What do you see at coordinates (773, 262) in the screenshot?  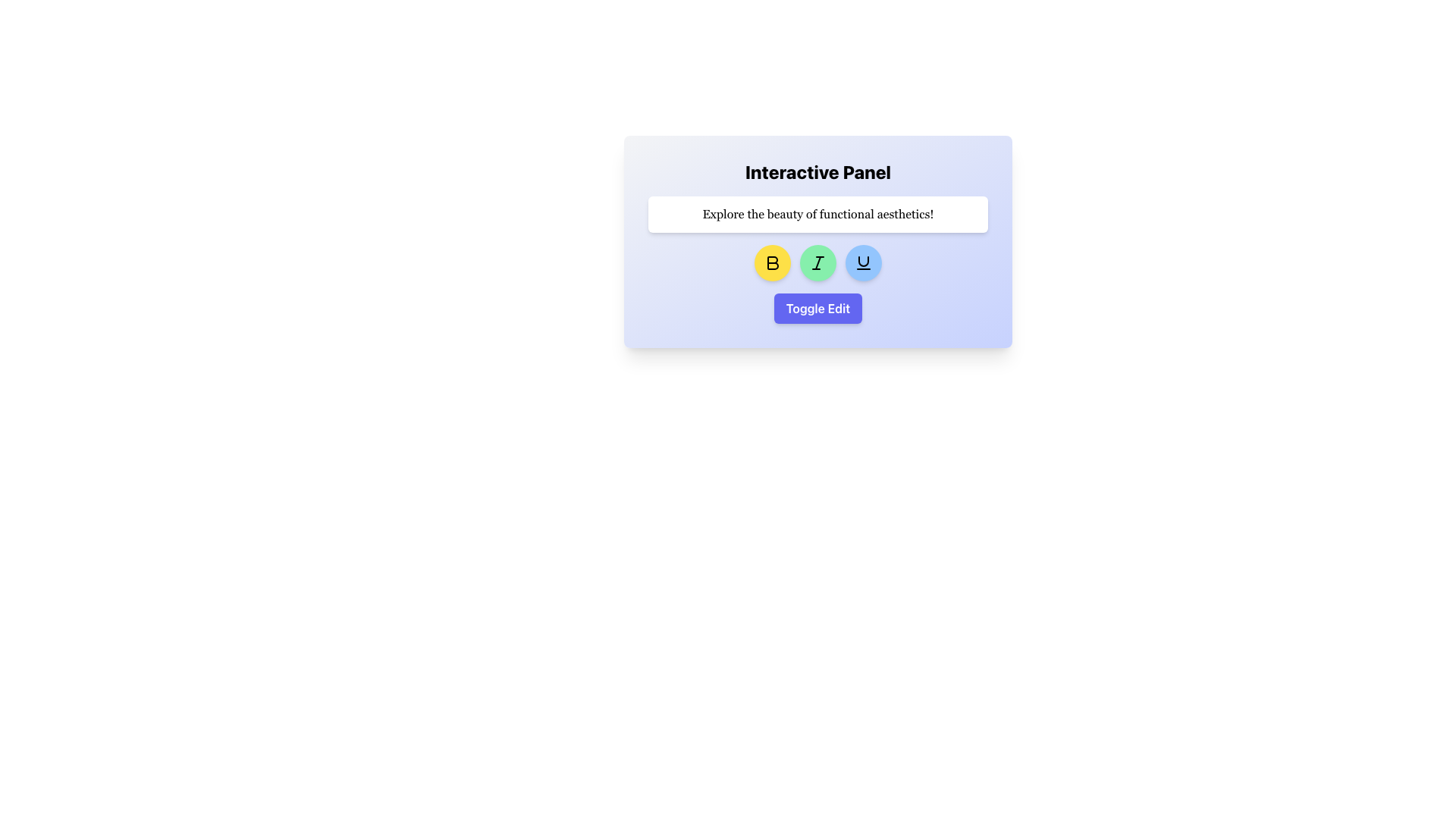 I see `the bold formatting button, represented by a stylized 'B' within a circular yellow button, to apply bold formatting` at bounding box center [773, 262].